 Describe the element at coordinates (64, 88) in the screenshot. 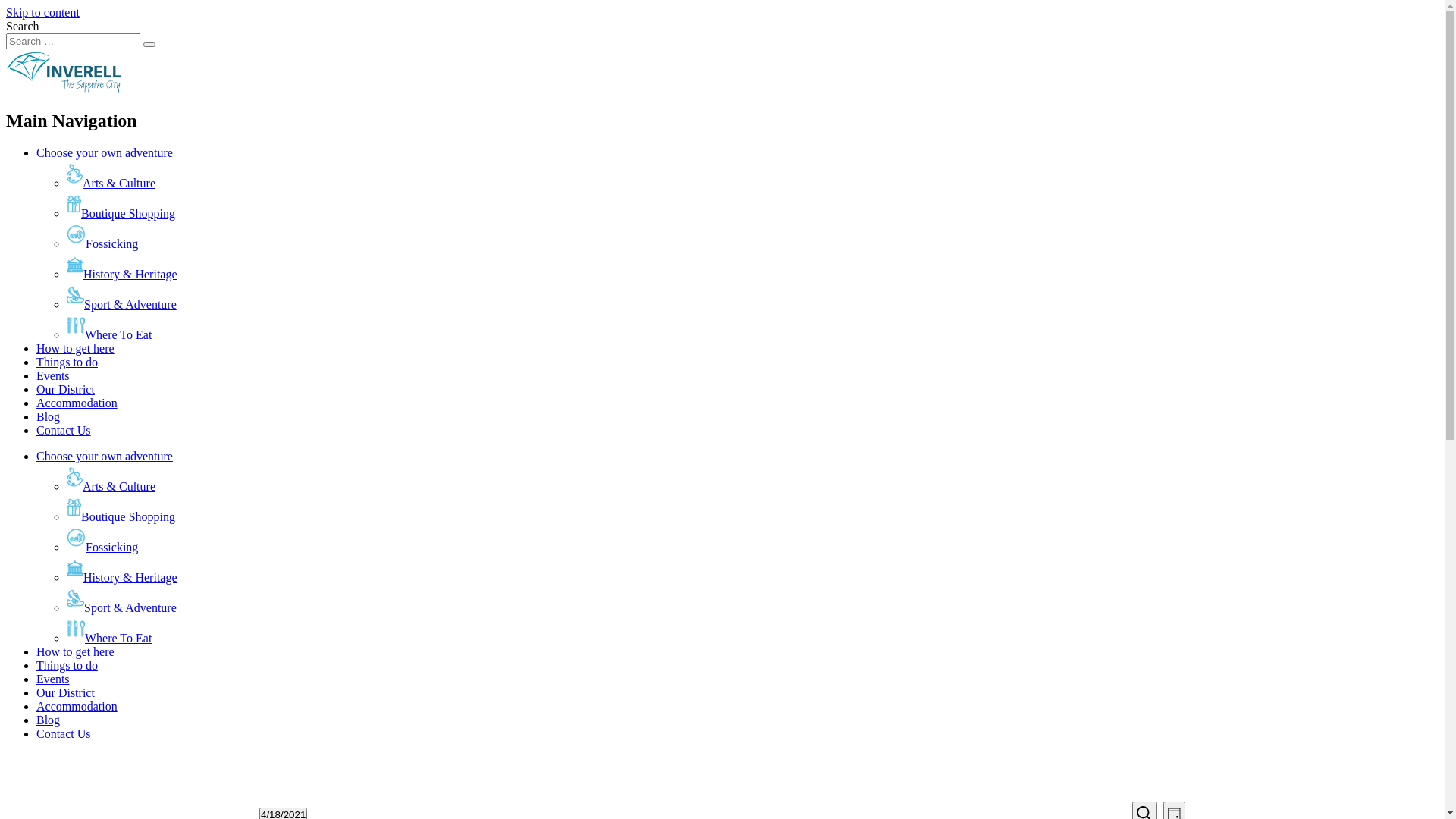

I see `'Inverell Council'` at that location.